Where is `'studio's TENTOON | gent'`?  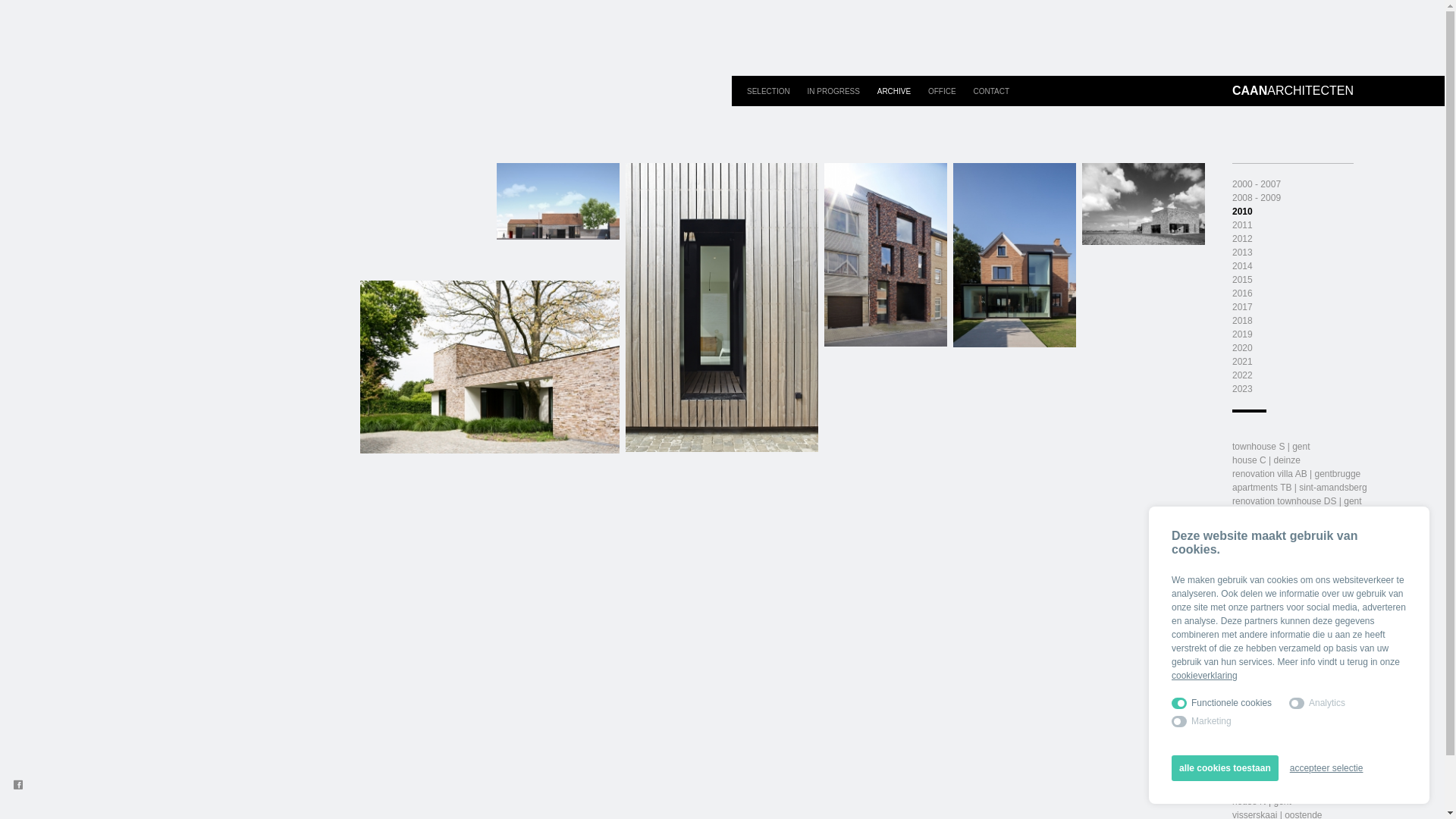 'studio's TENTOON | gent' is located at coordinates (1232, 786).